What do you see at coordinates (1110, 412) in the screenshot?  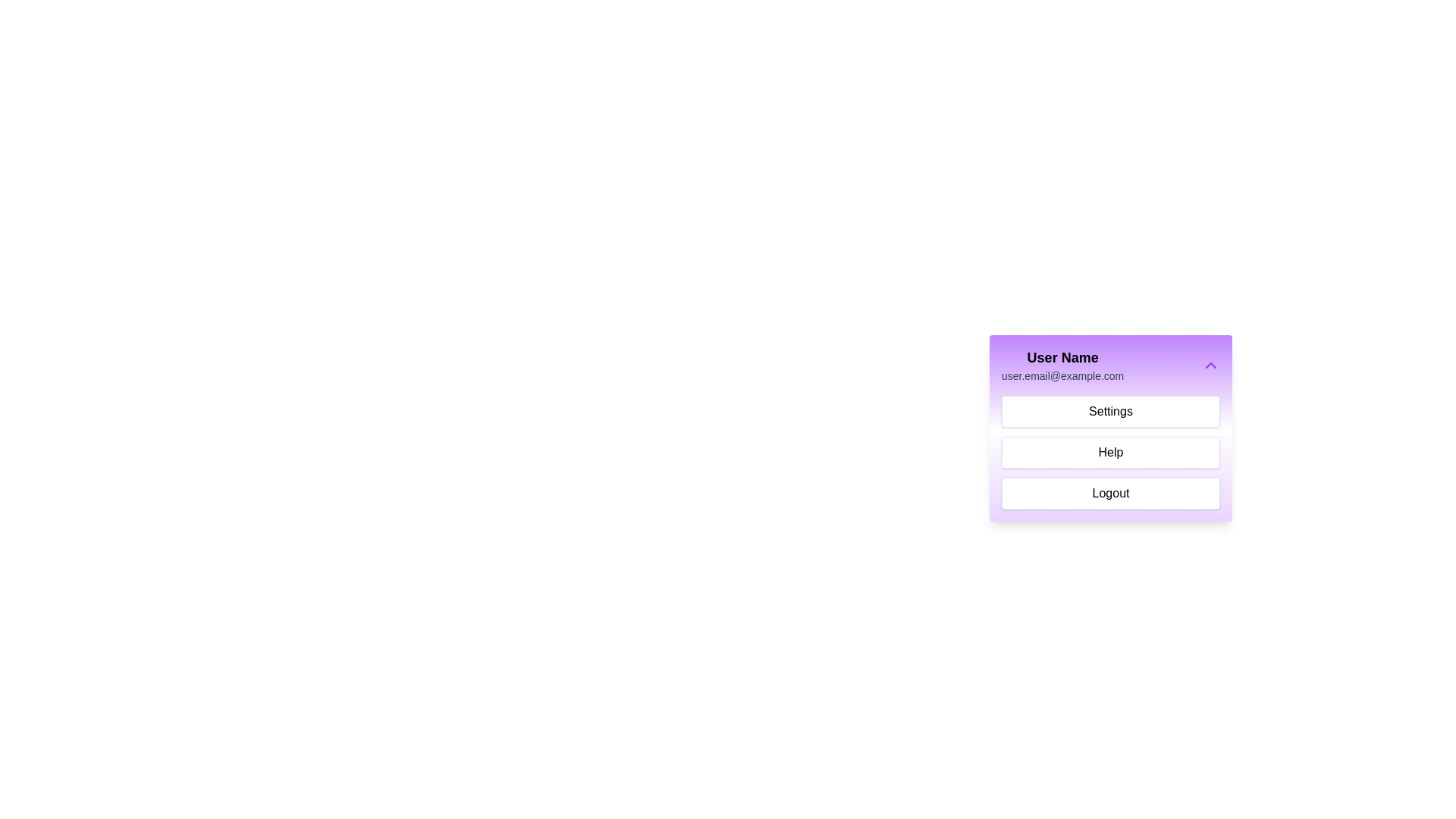 I see `the 'Settings' option in the ProfileMenu` at bounding box center [1110, 412].